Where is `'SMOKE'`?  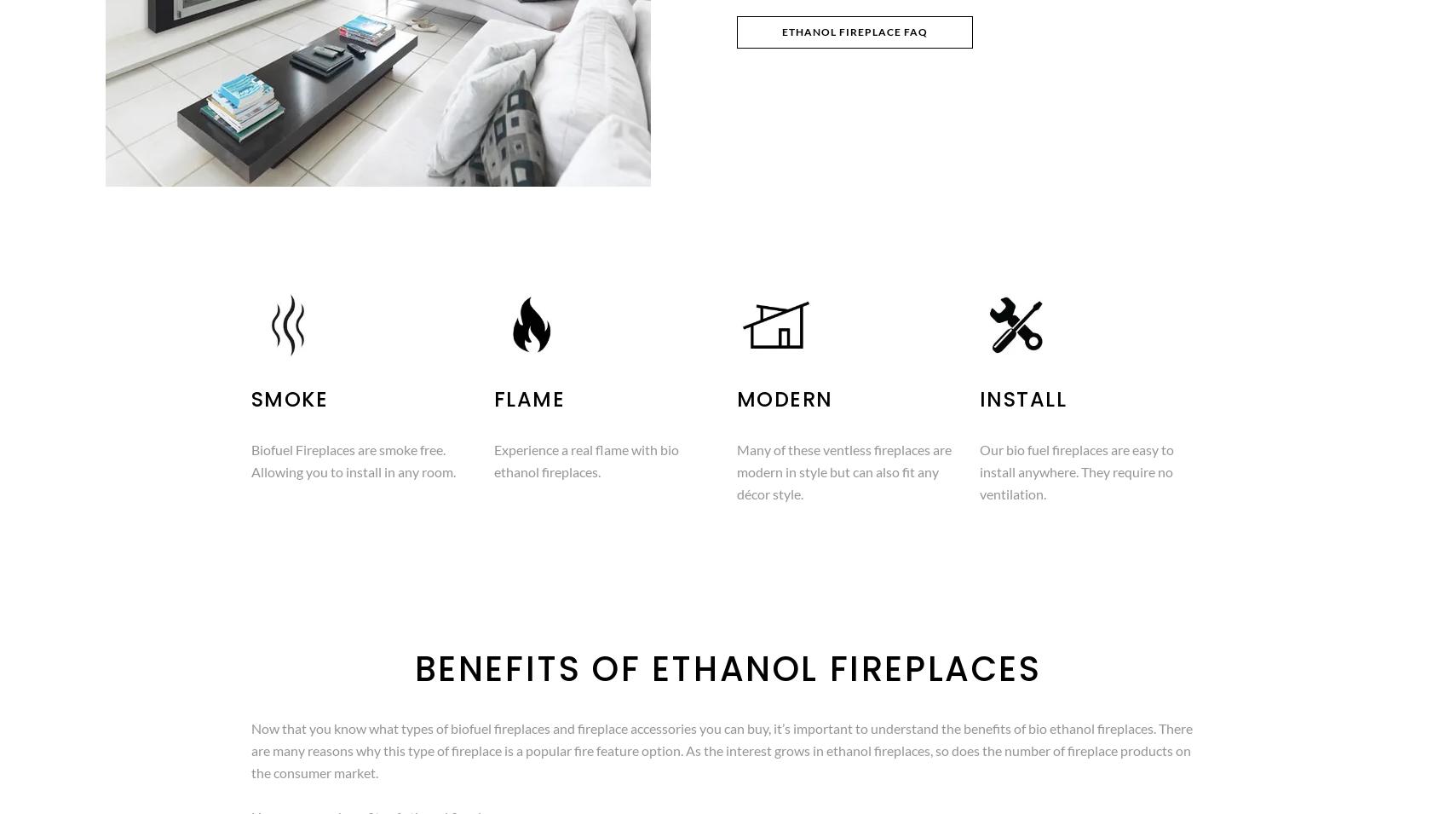
'SMOKE' is located at coordinates (288, 398).